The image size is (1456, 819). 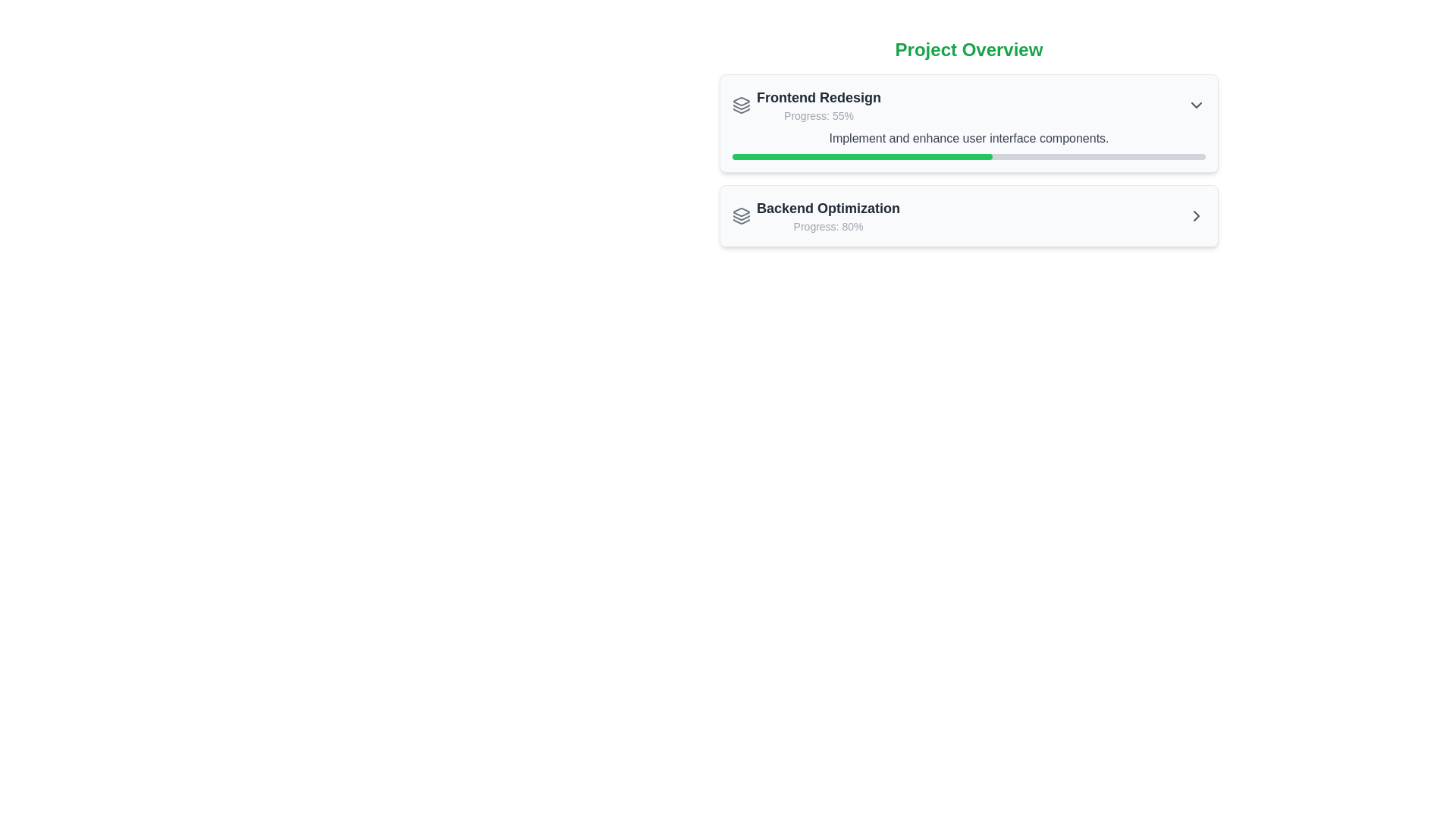 What do you see at coordinates (827, 208) in the screenshot?
I see `the text label displaying 'Backend Optimization'` at bounding box center [827, 208].